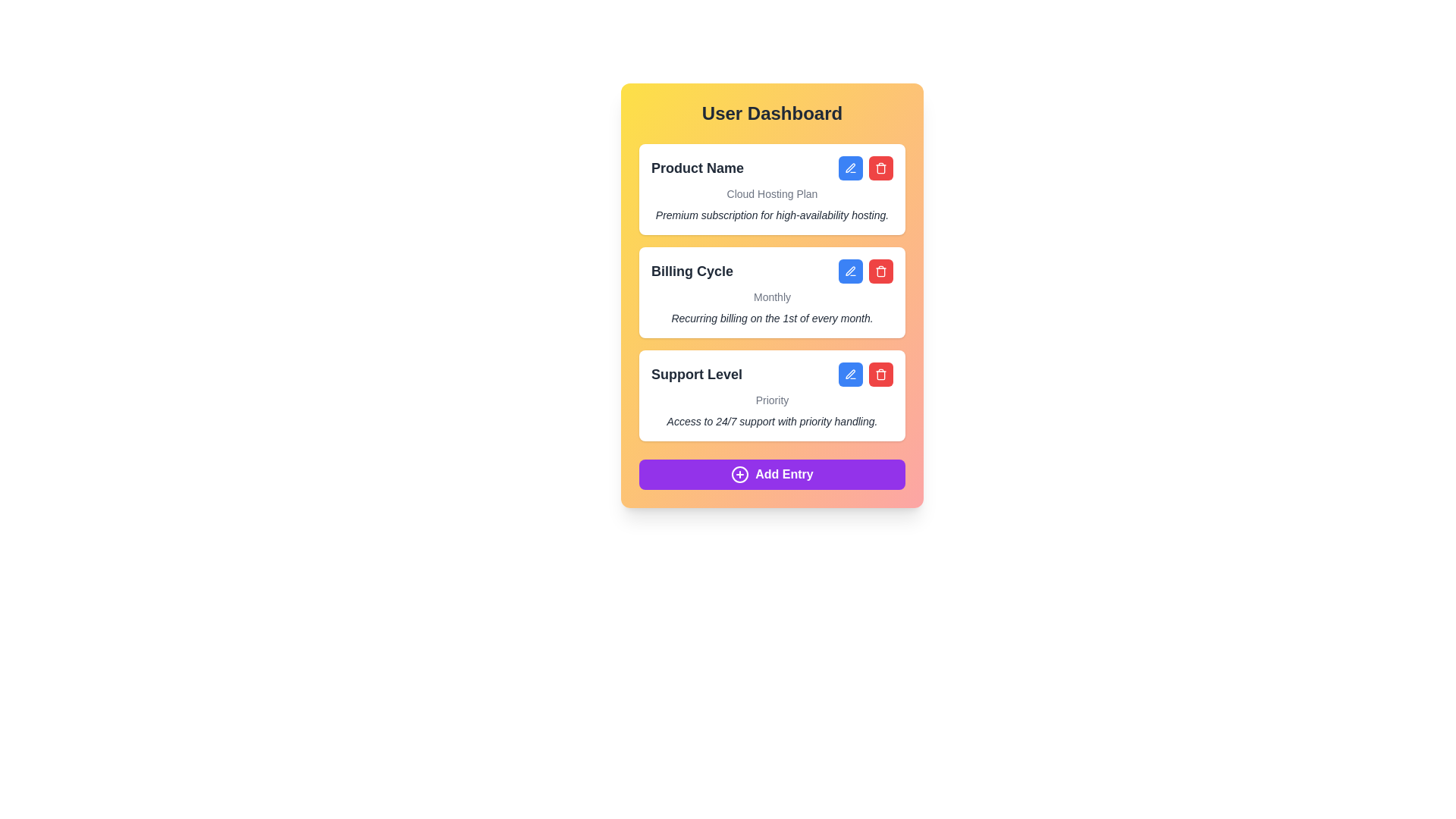 This screenshot has height=819, width=1456. Describe the element at coordinates (850, 374) in the screenshot. I see `the vector graphic pen icon located in the top-right corner of the 'Support Level' card, next to the red delete button` at that location.